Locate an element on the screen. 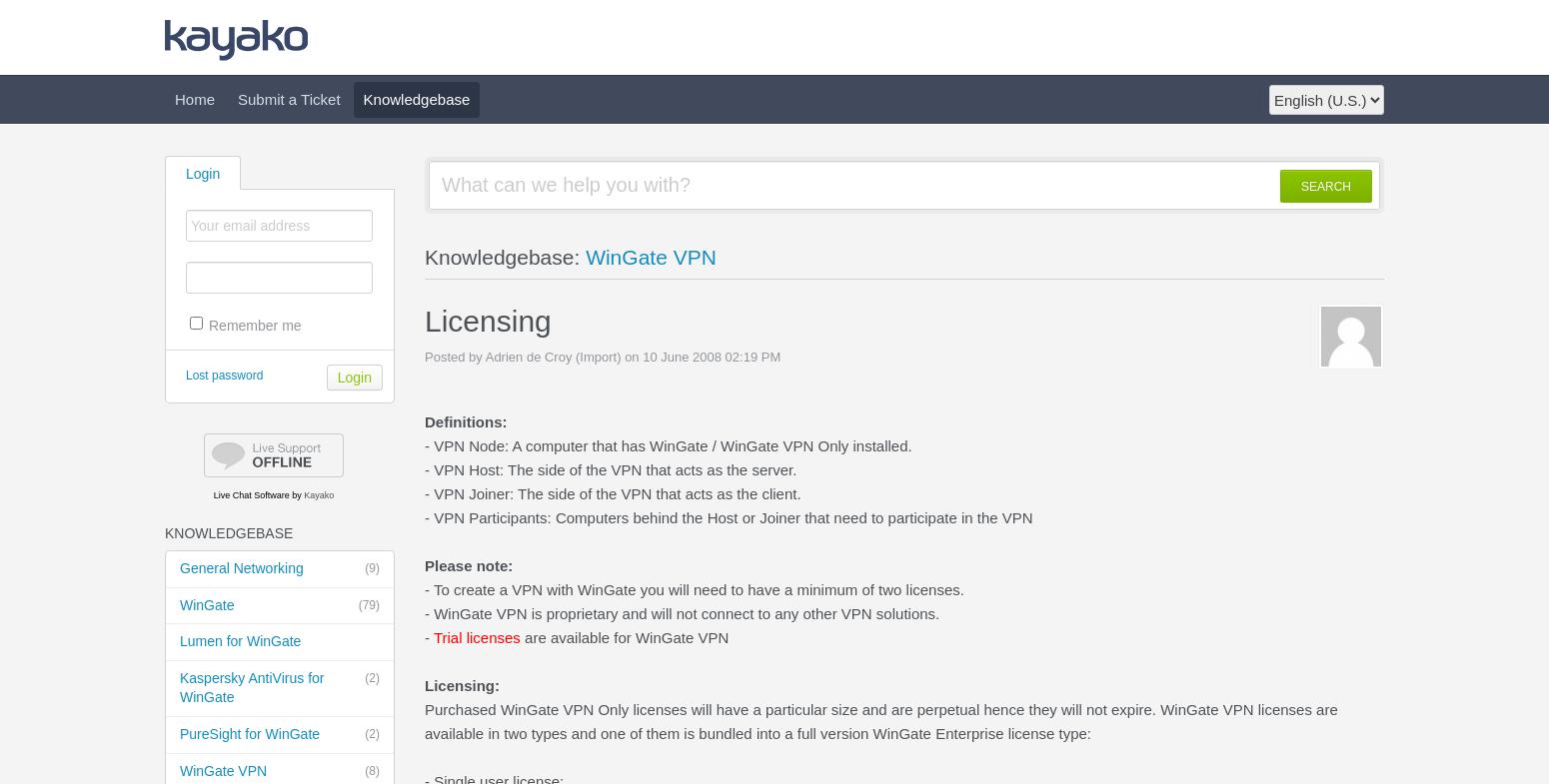  '- VPN Host: The side of the VPN that acts as the server.' is located at coordinates (611, 469).